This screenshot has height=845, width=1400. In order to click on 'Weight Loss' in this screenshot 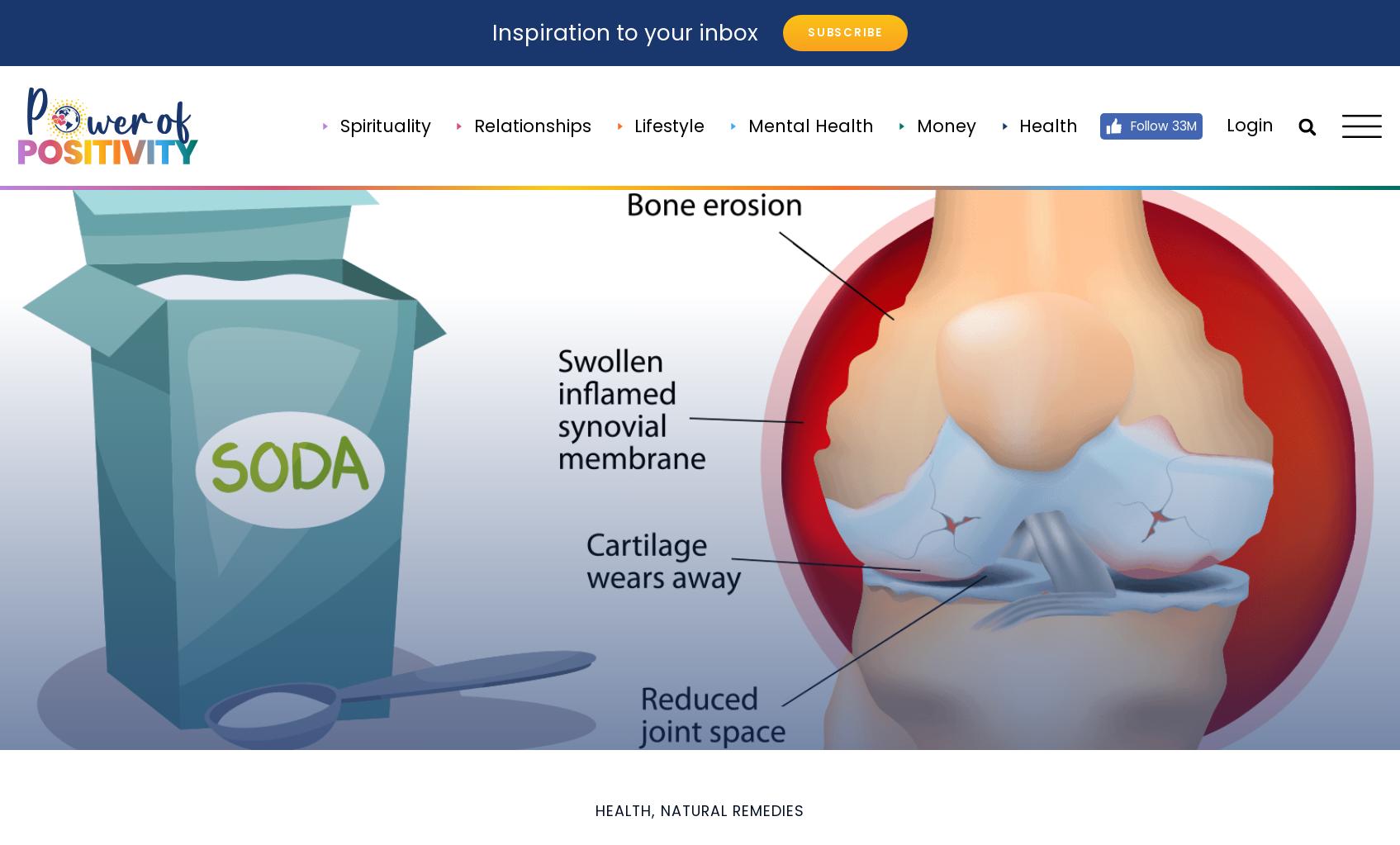, I will do `click(1046, 567)`.